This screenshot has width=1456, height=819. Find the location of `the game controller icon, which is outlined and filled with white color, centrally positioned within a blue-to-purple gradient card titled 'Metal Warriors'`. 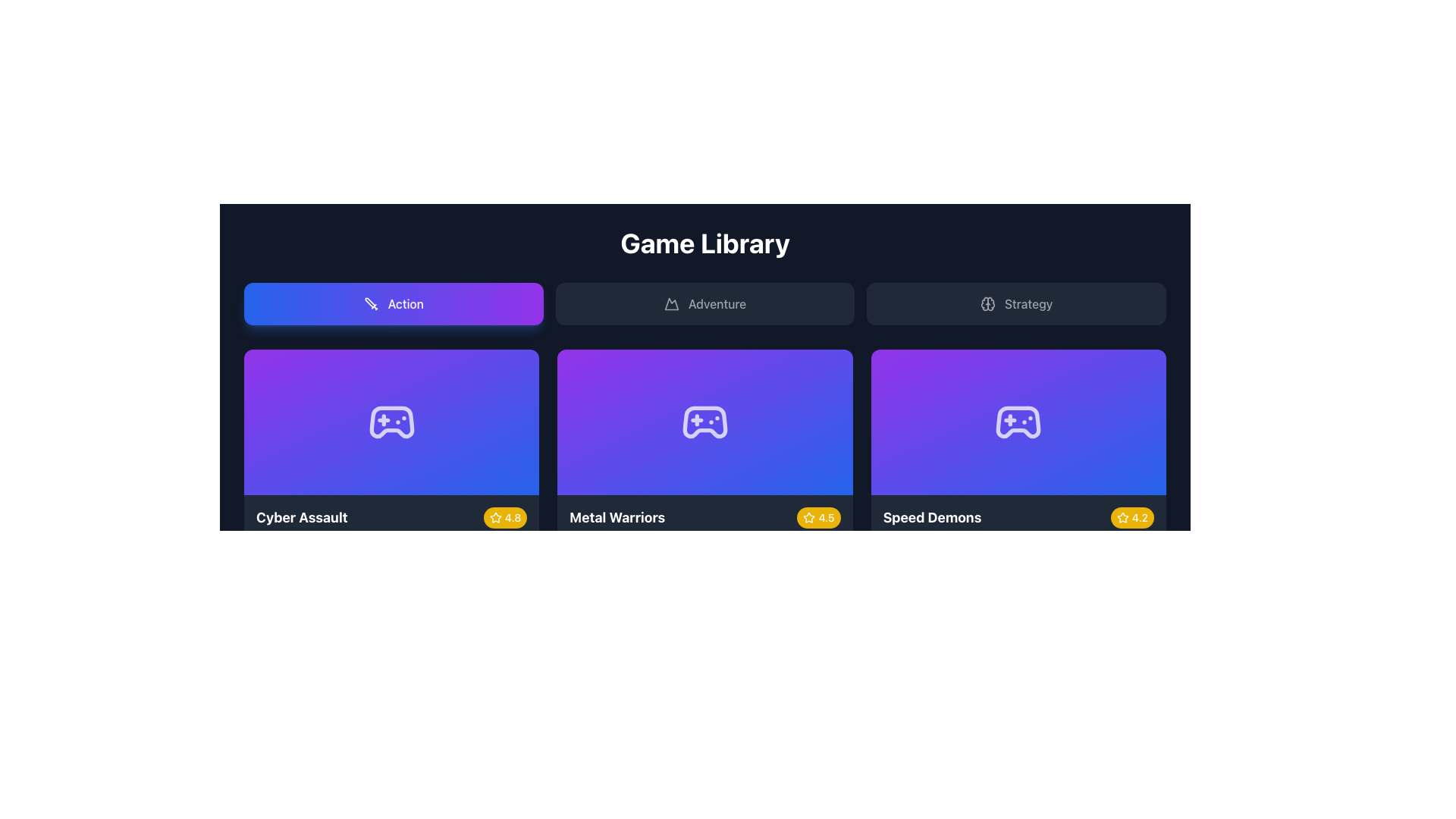

the game controller icon, which is outlined and filled with white color, centrally positioned within a blue-to-purple gradient card titled 'Metal Warriors' is located at coordinates (704, 422).